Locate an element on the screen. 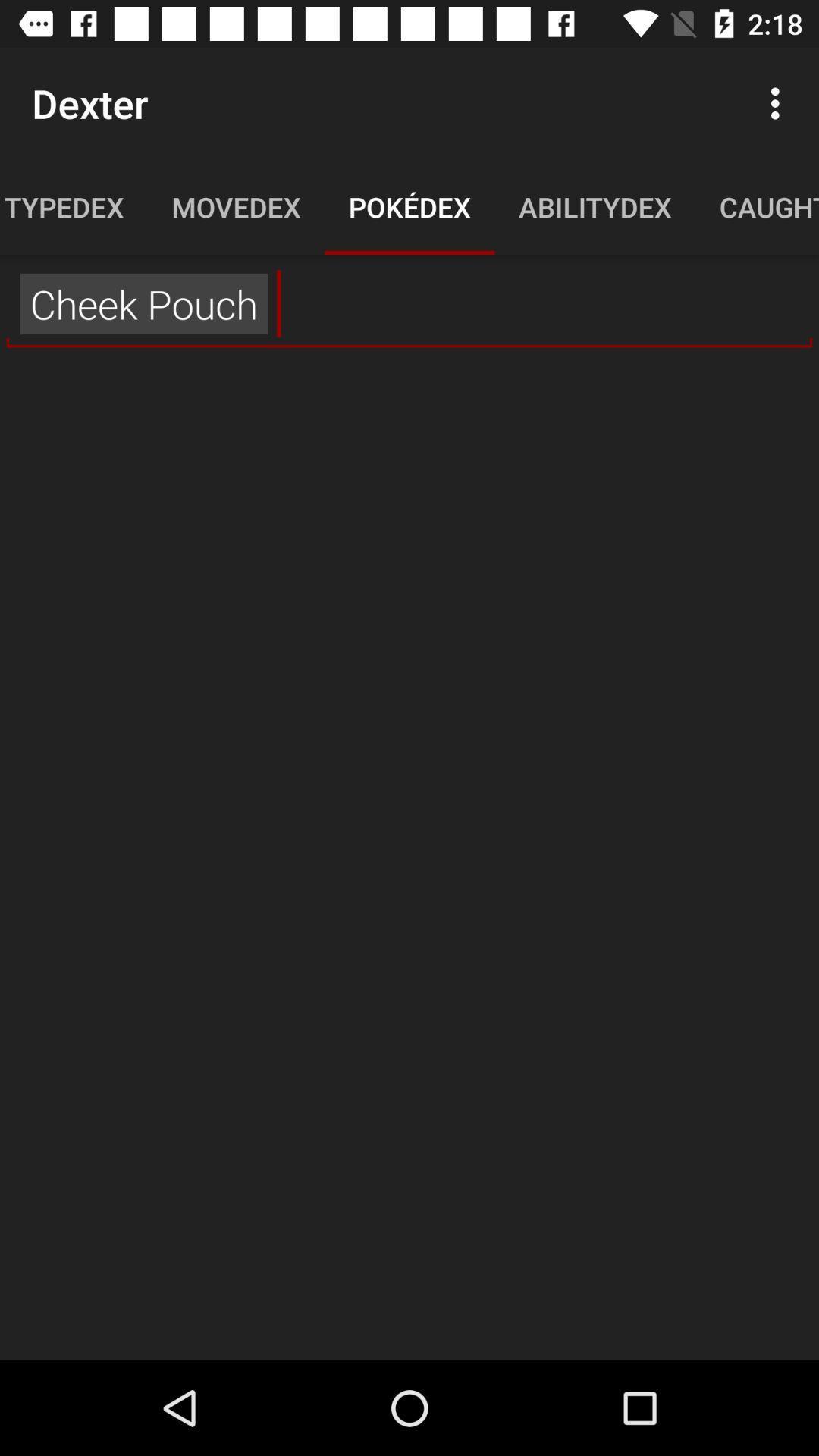 The image size is (819, 1456). item below typedex icon is located at coordinates (409, 303).